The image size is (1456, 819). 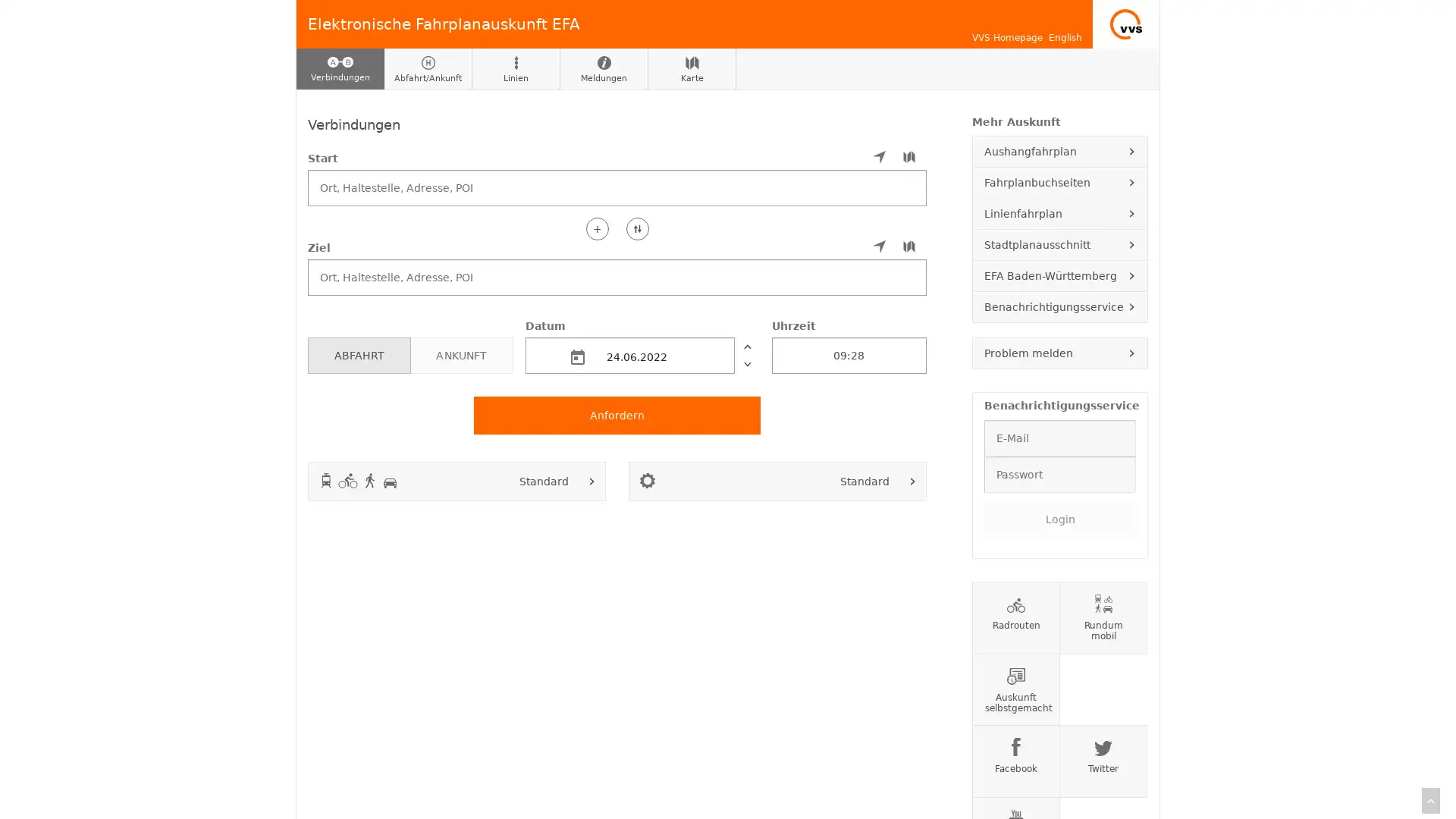 What do you see at coordinates (746, 345) in the screenshot?
I see `vorher` at bounding box center [746, 345].